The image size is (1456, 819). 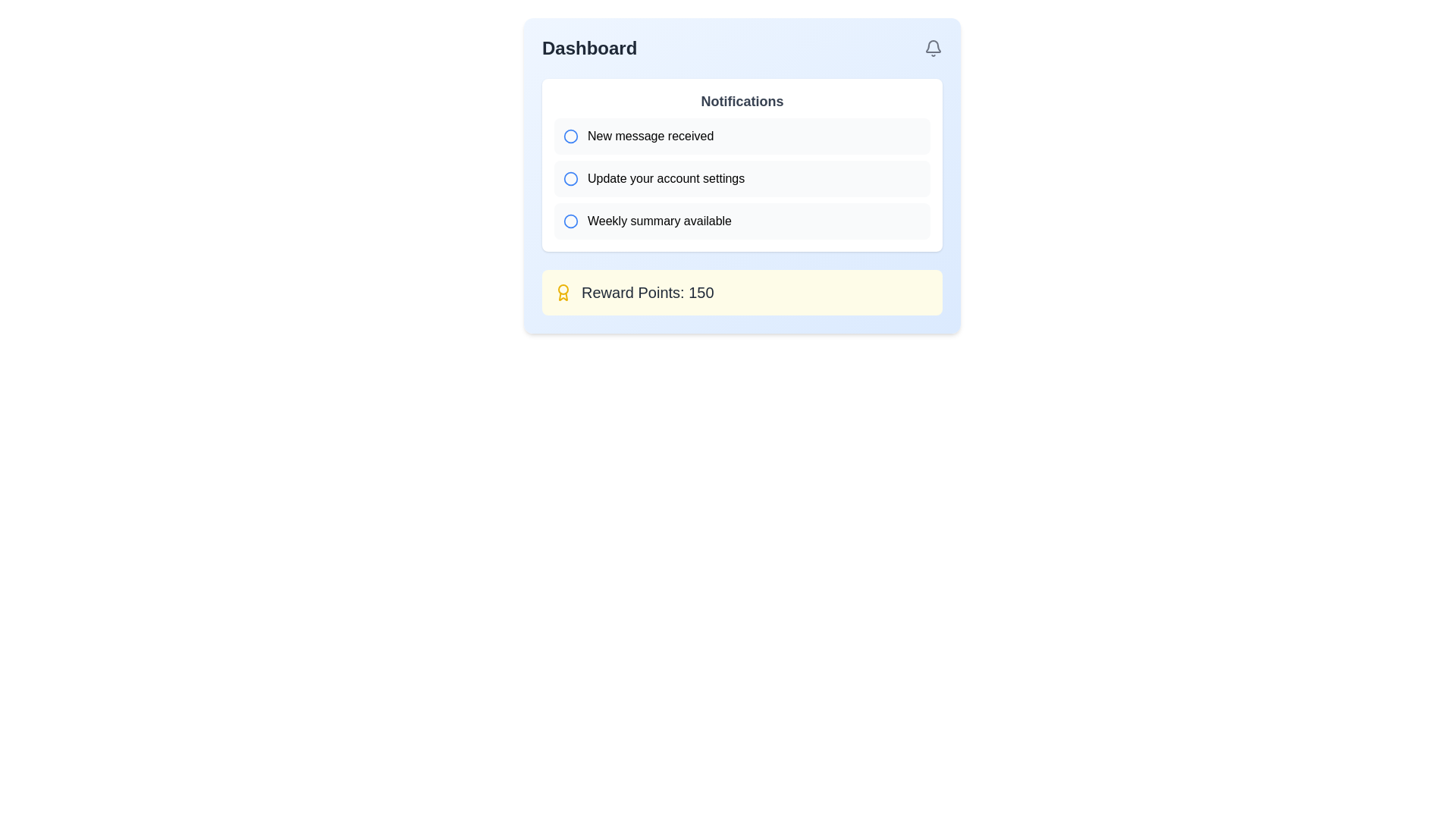 I want to click on the reward points icon located near the text 'Reward Points: 150' in the lower section of the interface, so click(x=563, y=292).